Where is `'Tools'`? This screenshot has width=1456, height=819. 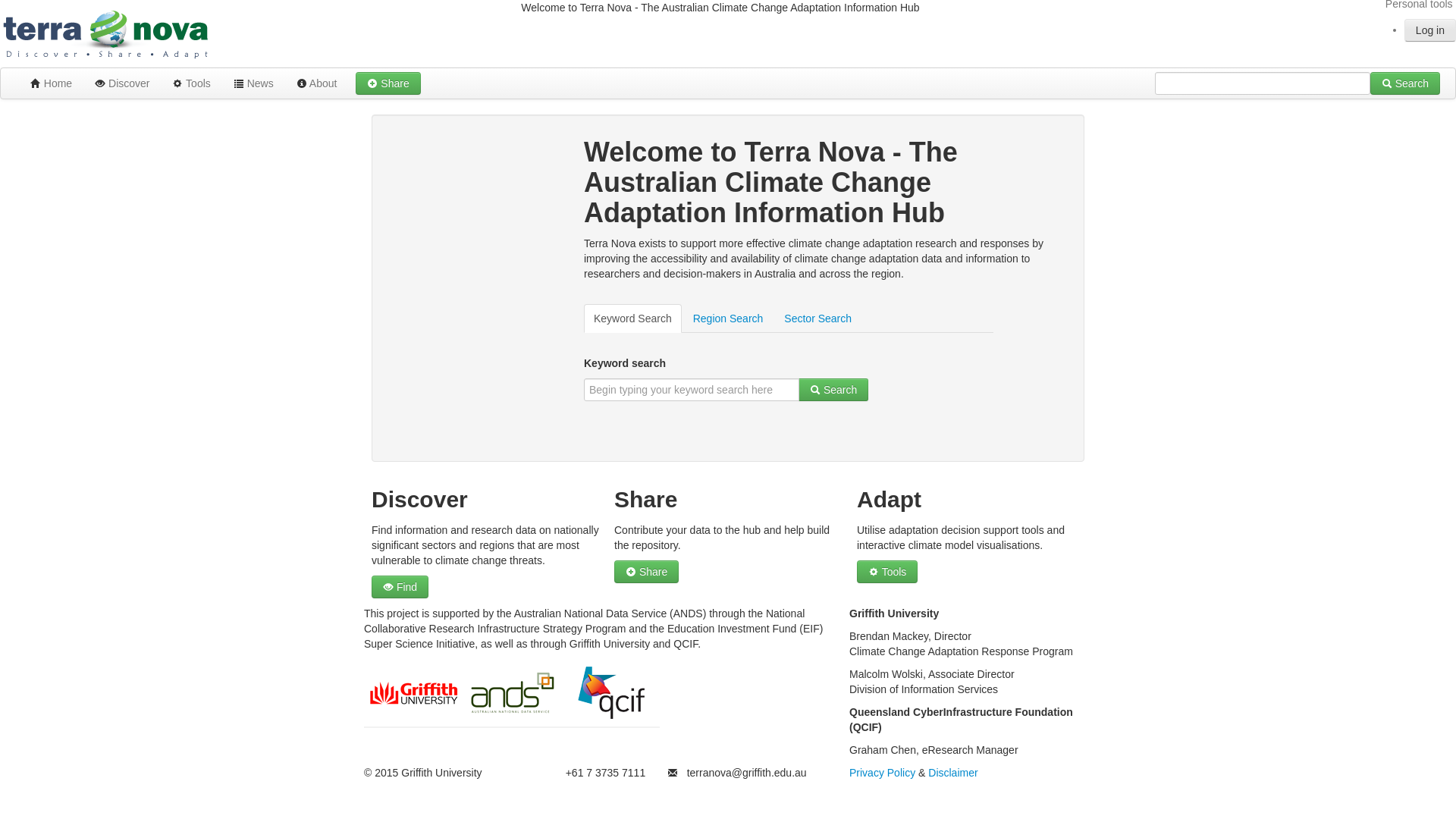 'Tools' is located at coordinates (887, 571).